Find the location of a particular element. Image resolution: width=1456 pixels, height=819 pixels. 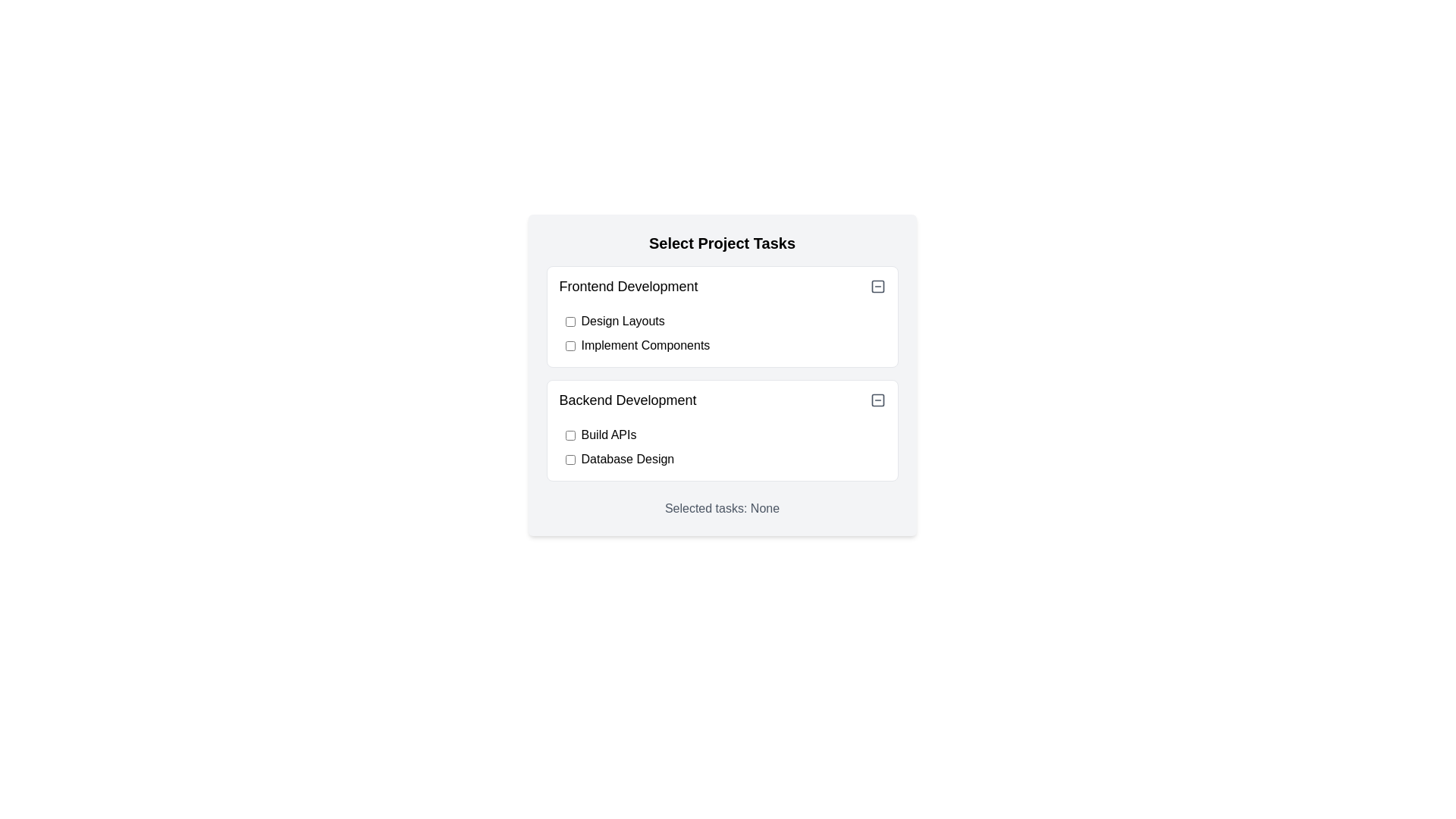

the SVG icon representing a minus or collapse symbol located at the upper-right corner of the 'Frontend Development' section is located at coordinates (877, 287).